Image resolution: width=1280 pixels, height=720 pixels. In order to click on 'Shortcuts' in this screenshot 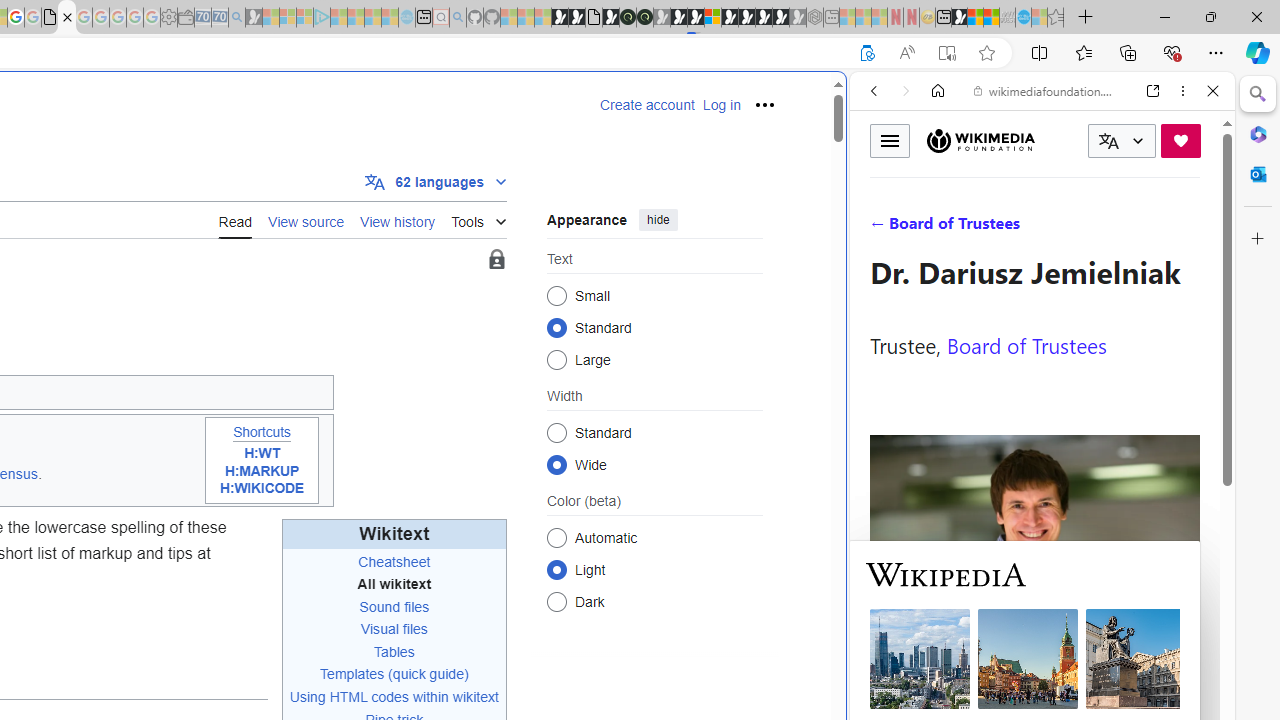, I will do `click(260, 431)`.